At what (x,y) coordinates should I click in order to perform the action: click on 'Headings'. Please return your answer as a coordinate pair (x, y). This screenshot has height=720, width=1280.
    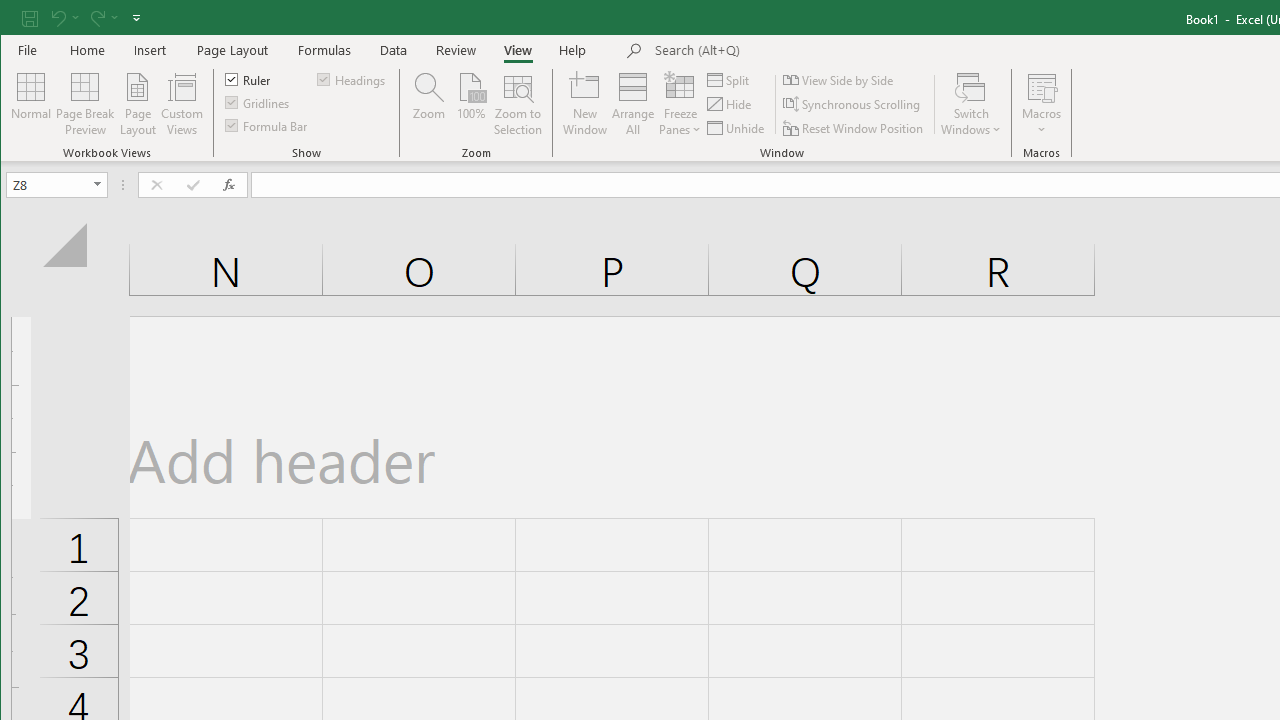
    Looking at the image, I should click on (352, 78).